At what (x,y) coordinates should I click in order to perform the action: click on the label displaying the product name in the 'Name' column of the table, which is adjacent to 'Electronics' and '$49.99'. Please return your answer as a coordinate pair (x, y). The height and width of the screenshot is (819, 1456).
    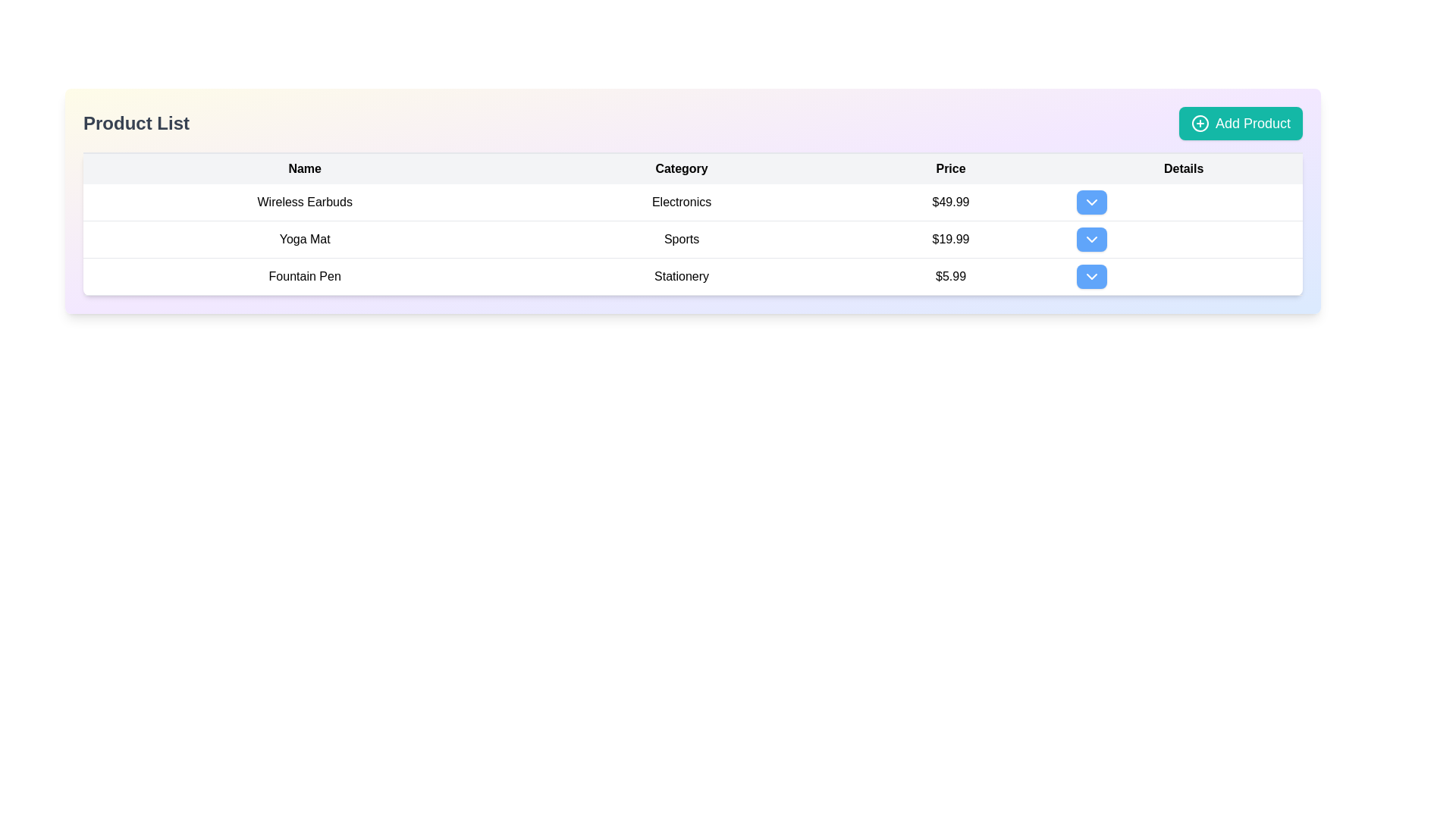
    Looking at the image, I should click on (304, 202).